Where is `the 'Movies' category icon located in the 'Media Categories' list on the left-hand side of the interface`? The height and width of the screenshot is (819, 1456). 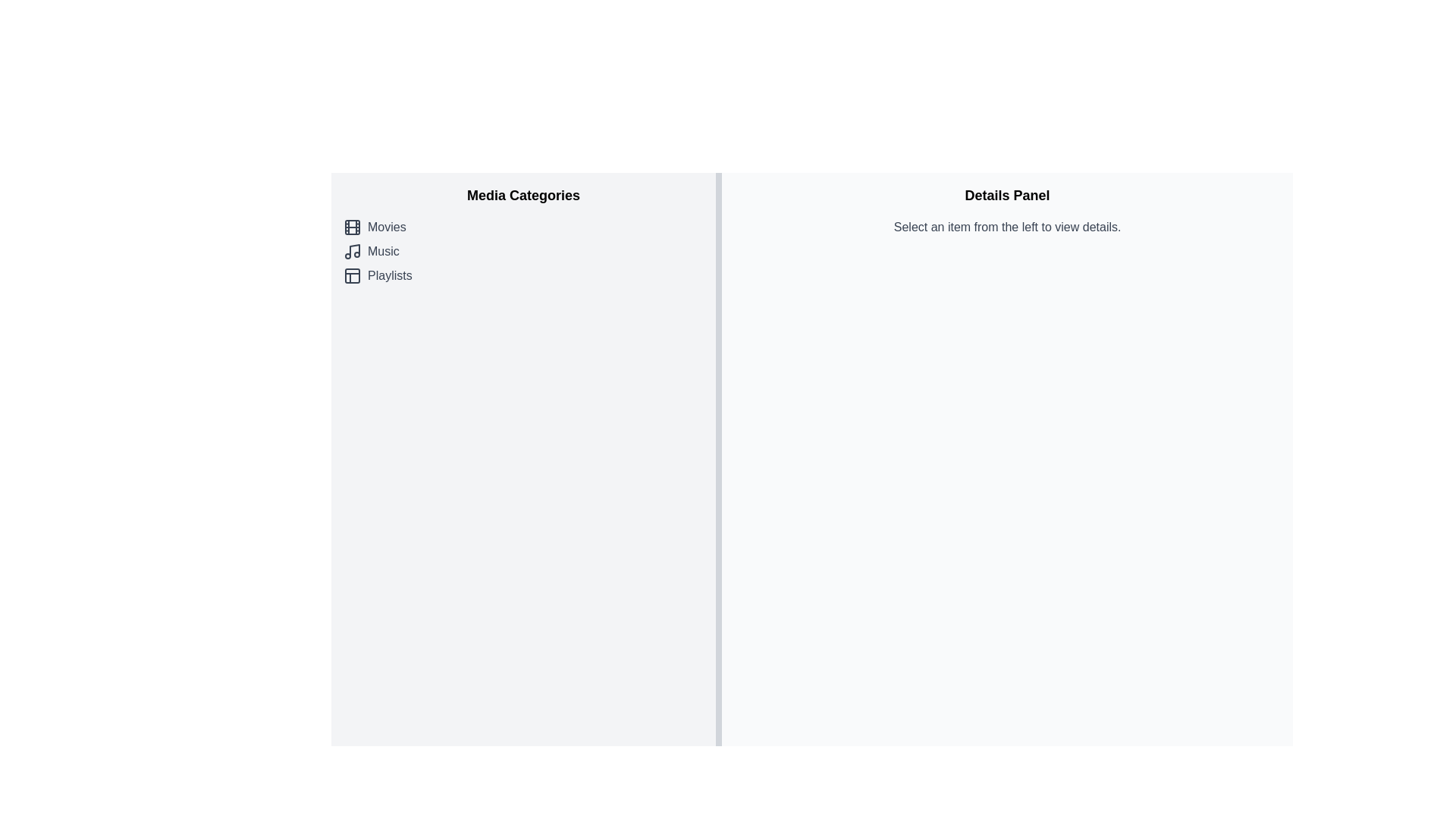
the 'Movies' category icon located in the 'Media Categories' list on the left-hand side of the interface is located at coordinates (352, 227).